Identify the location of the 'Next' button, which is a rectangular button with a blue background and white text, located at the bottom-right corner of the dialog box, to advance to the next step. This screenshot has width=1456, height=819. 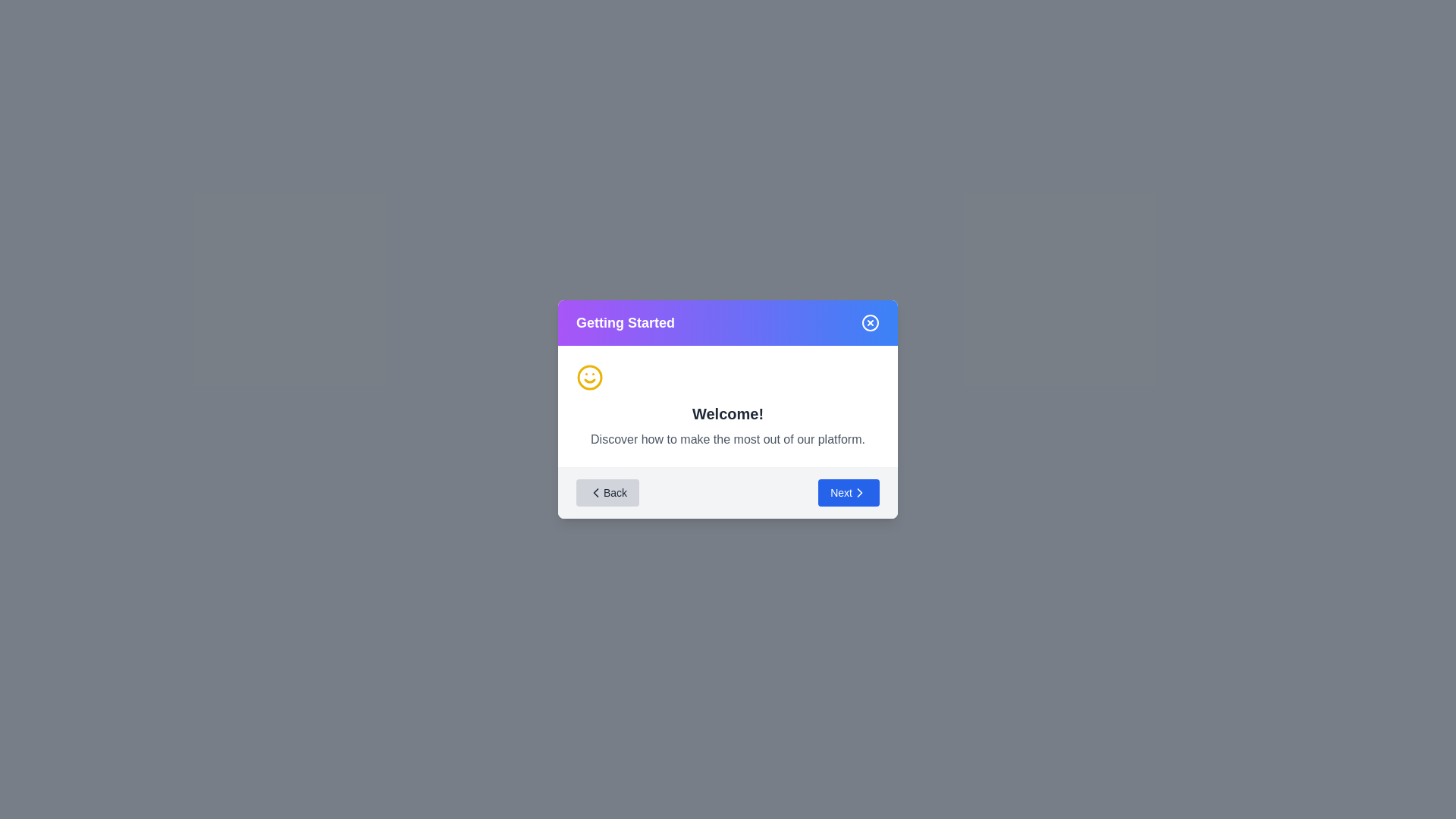
(847, 493).